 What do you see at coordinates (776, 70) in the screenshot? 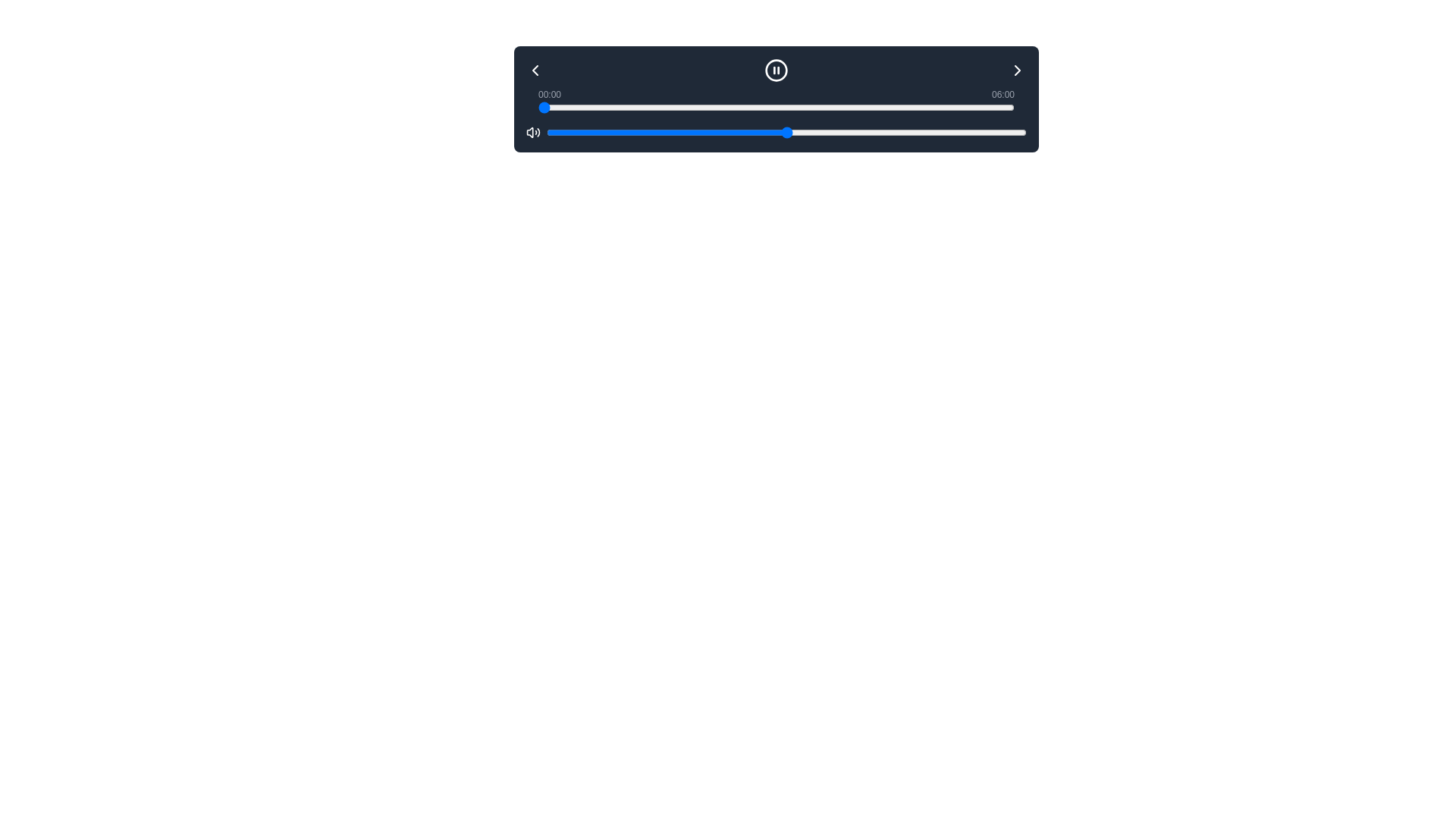
I see `the central pause icon of the media control group` at bounding box center [776, 70].